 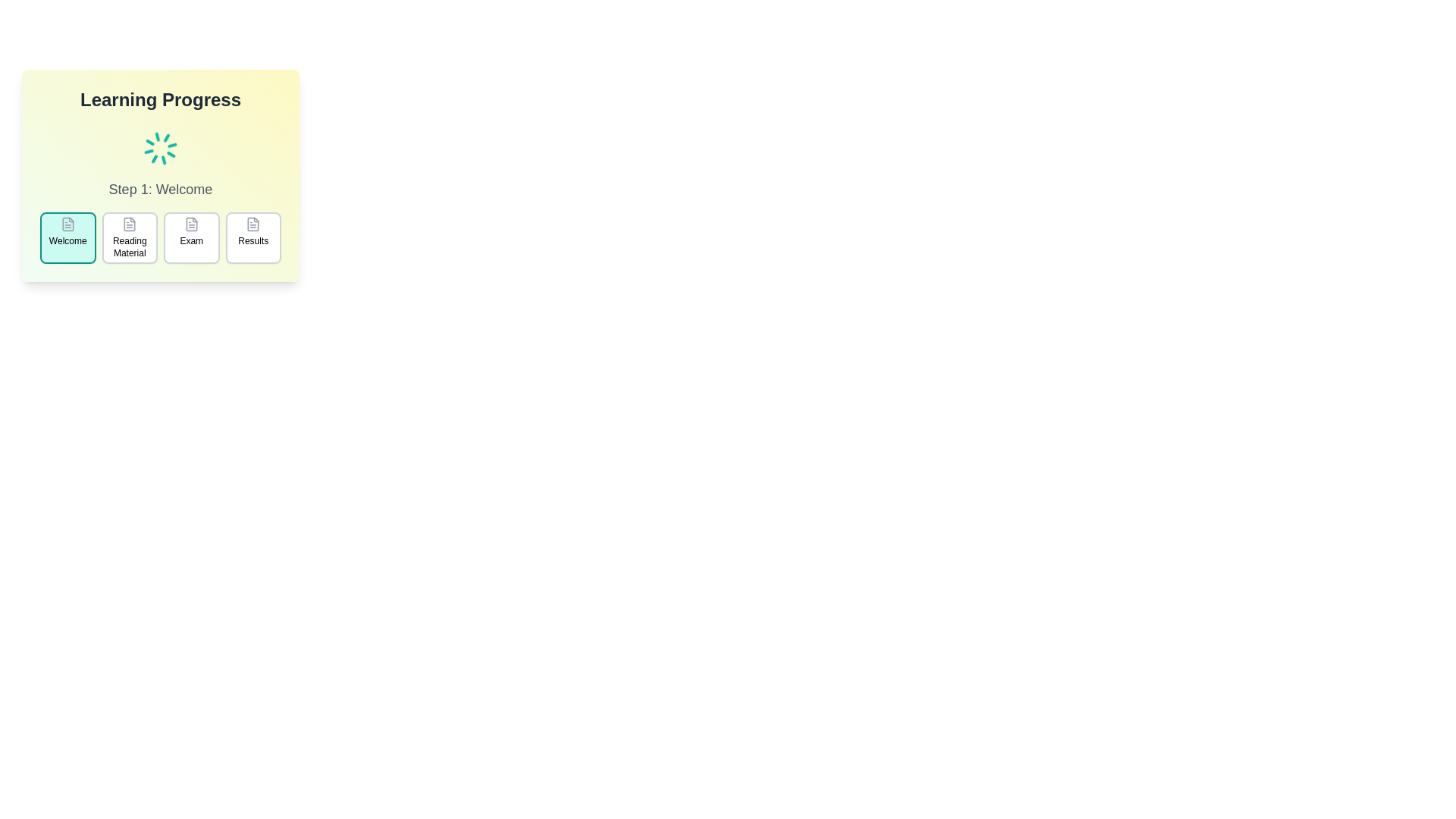 What do you see at coordinates (190, 237) in the screenshot?
I see `the 'Exam' button with a document icon located beneath the 'Step 1: Welcome' heading` at bounding box center [190, 237].